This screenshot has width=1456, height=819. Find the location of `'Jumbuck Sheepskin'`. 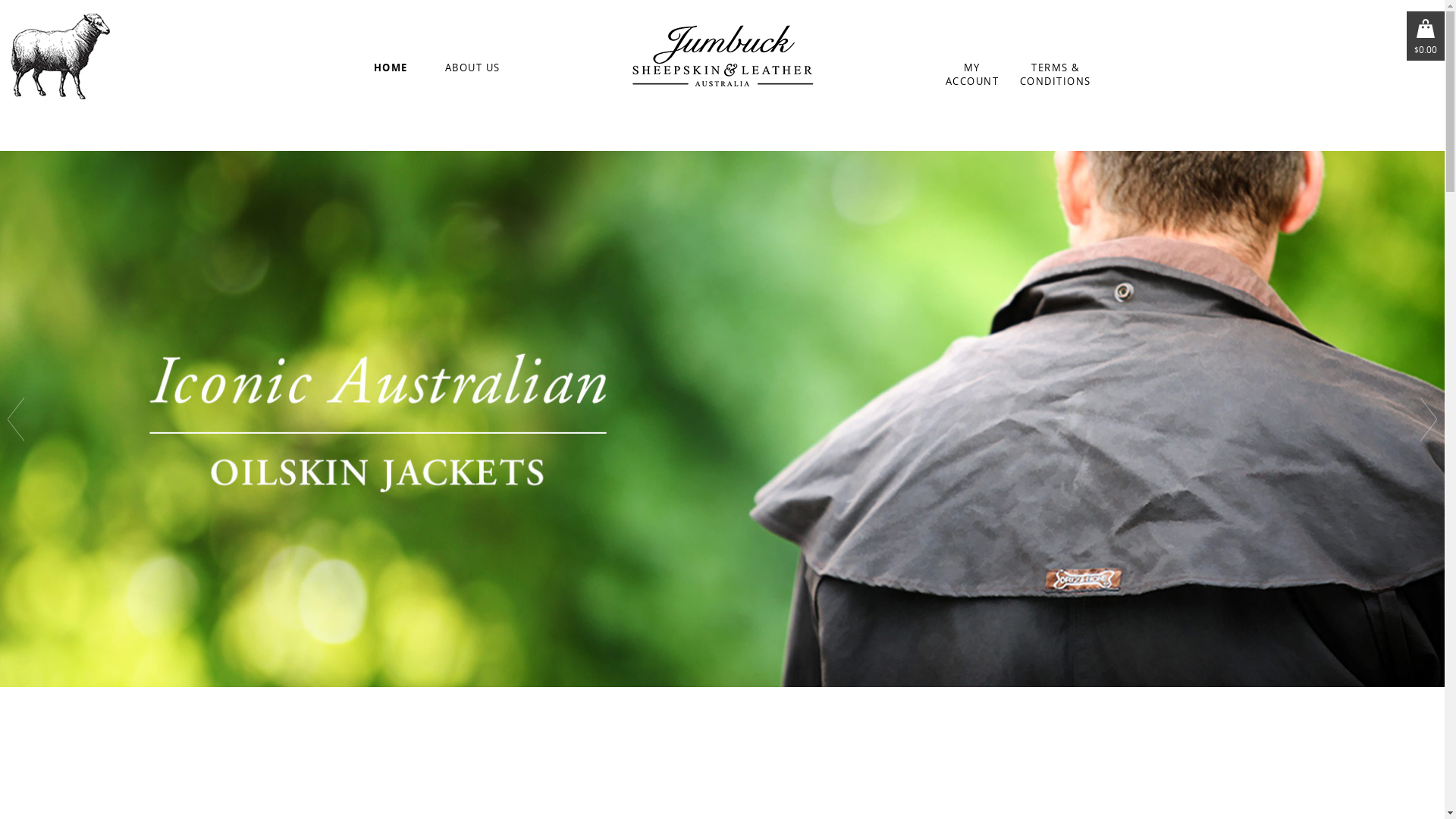

'Jumbuck Sheepskin' is located at coordinates (722, 54).